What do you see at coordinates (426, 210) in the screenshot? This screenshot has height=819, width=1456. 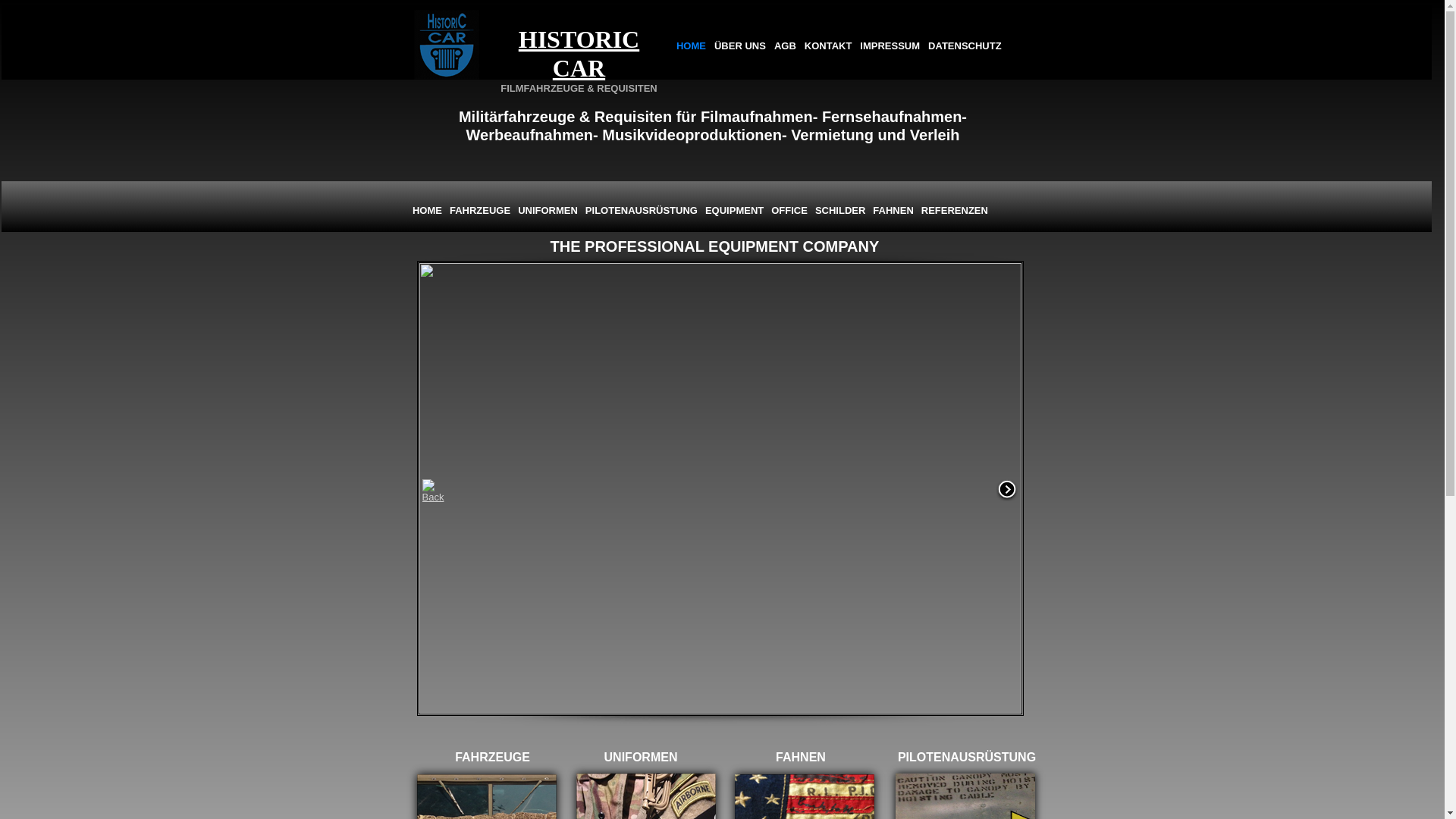 I see `'HOME'` at bounding box center [426, 210].